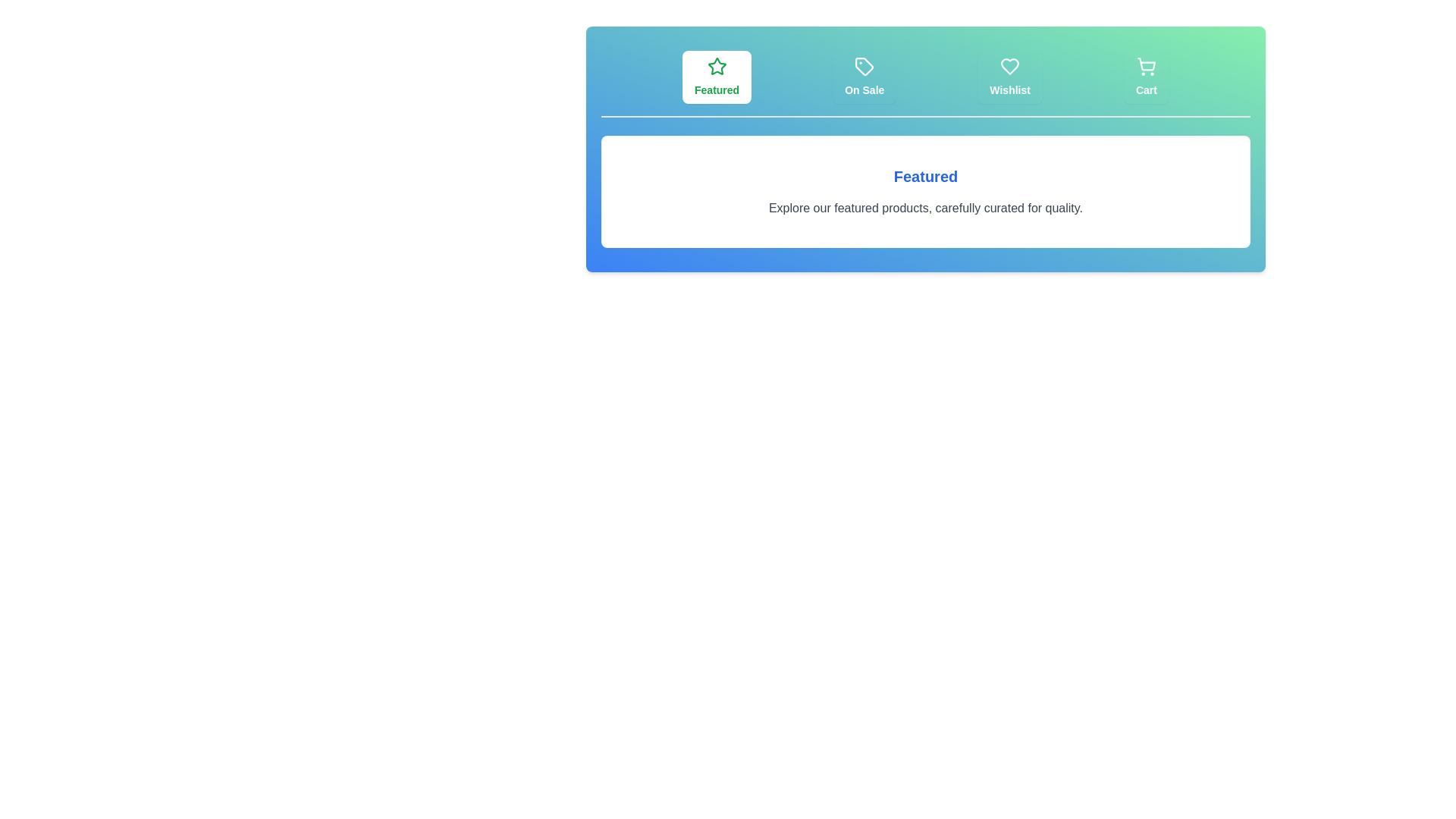 This screenshot has width=1456, height=819. Describe the element at coordinates (1147, 77) in the screenshot. I see `the tab labeled Cart to switch the view` at that location.